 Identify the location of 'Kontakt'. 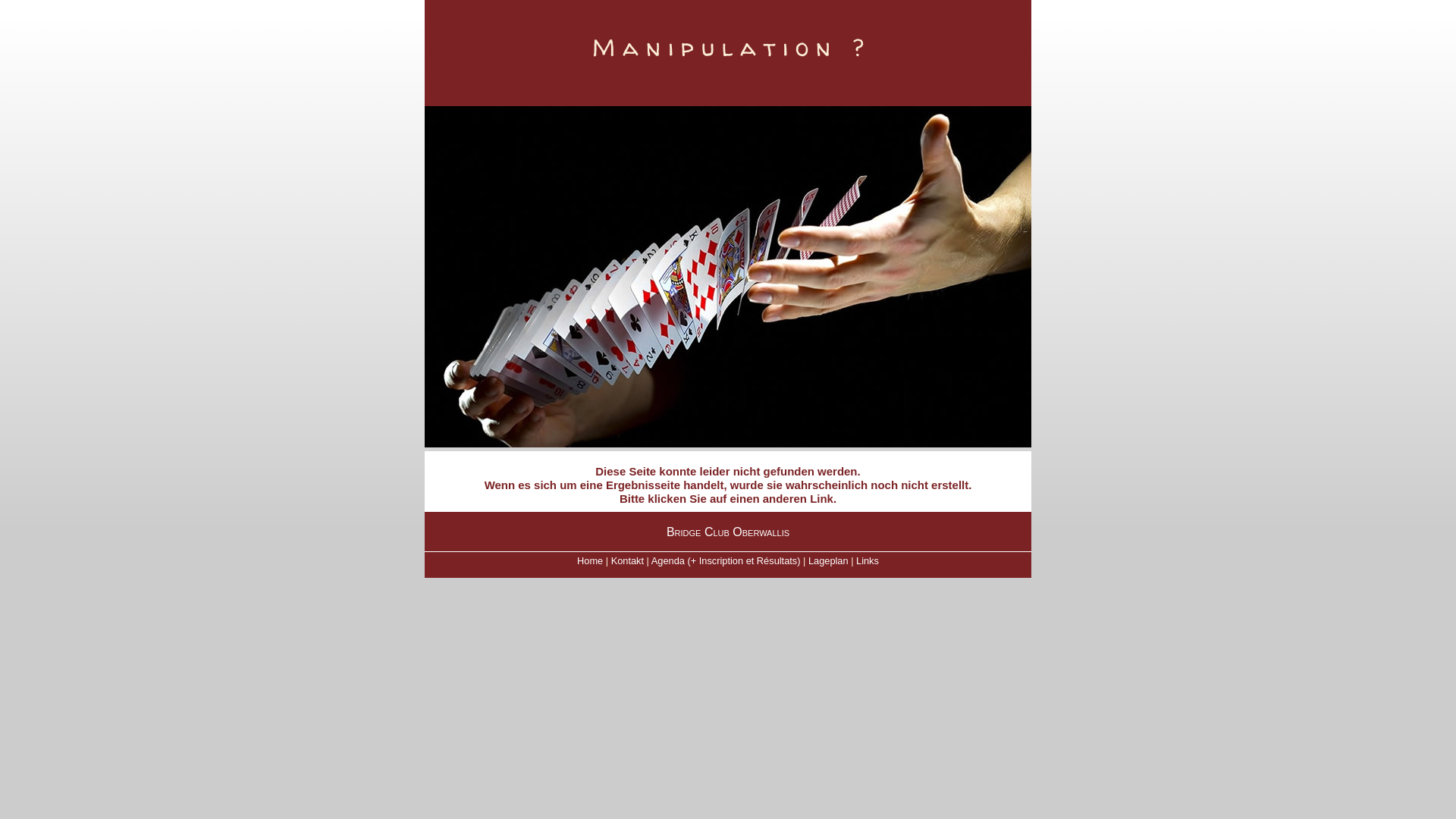
(627, 560).